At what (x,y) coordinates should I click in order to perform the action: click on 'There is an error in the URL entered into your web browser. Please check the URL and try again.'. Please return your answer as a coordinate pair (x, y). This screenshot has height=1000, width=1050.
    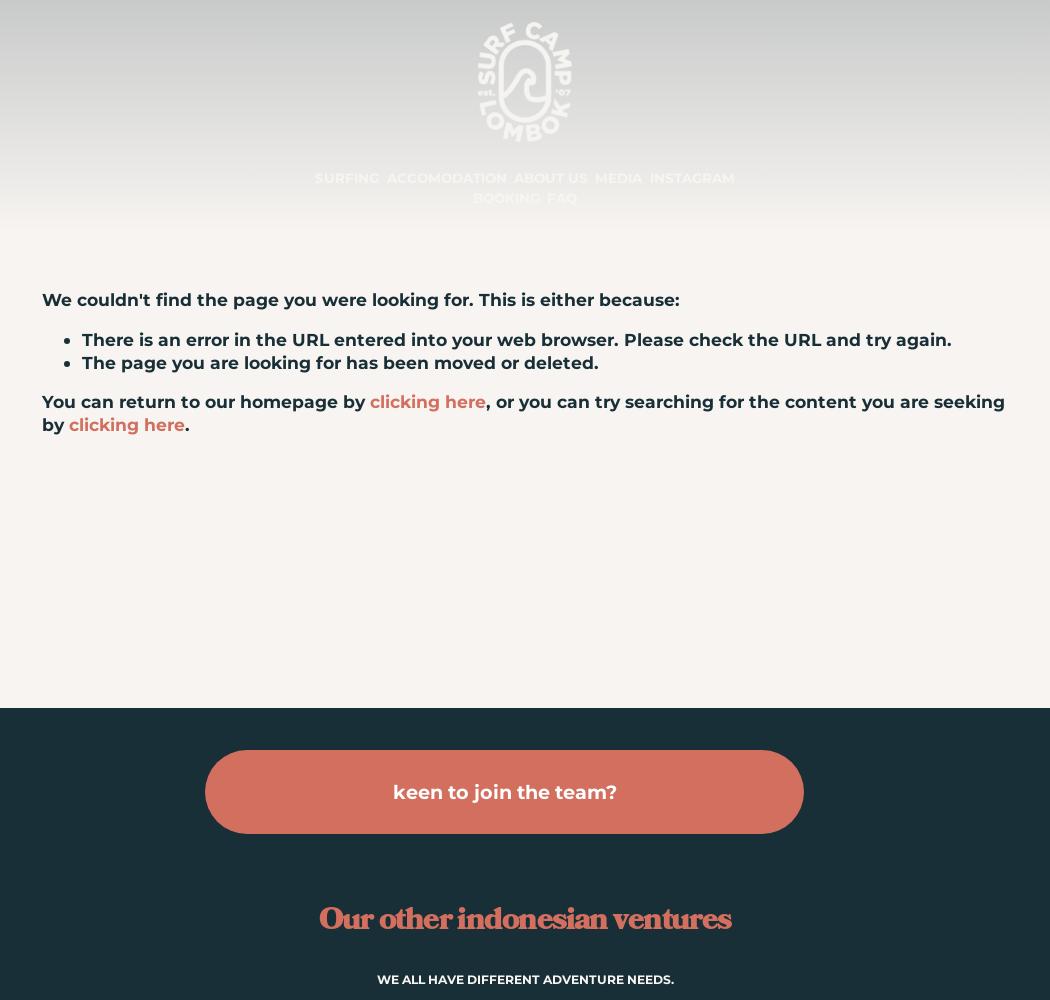
    Looking at the image, I should click on (82, 338).